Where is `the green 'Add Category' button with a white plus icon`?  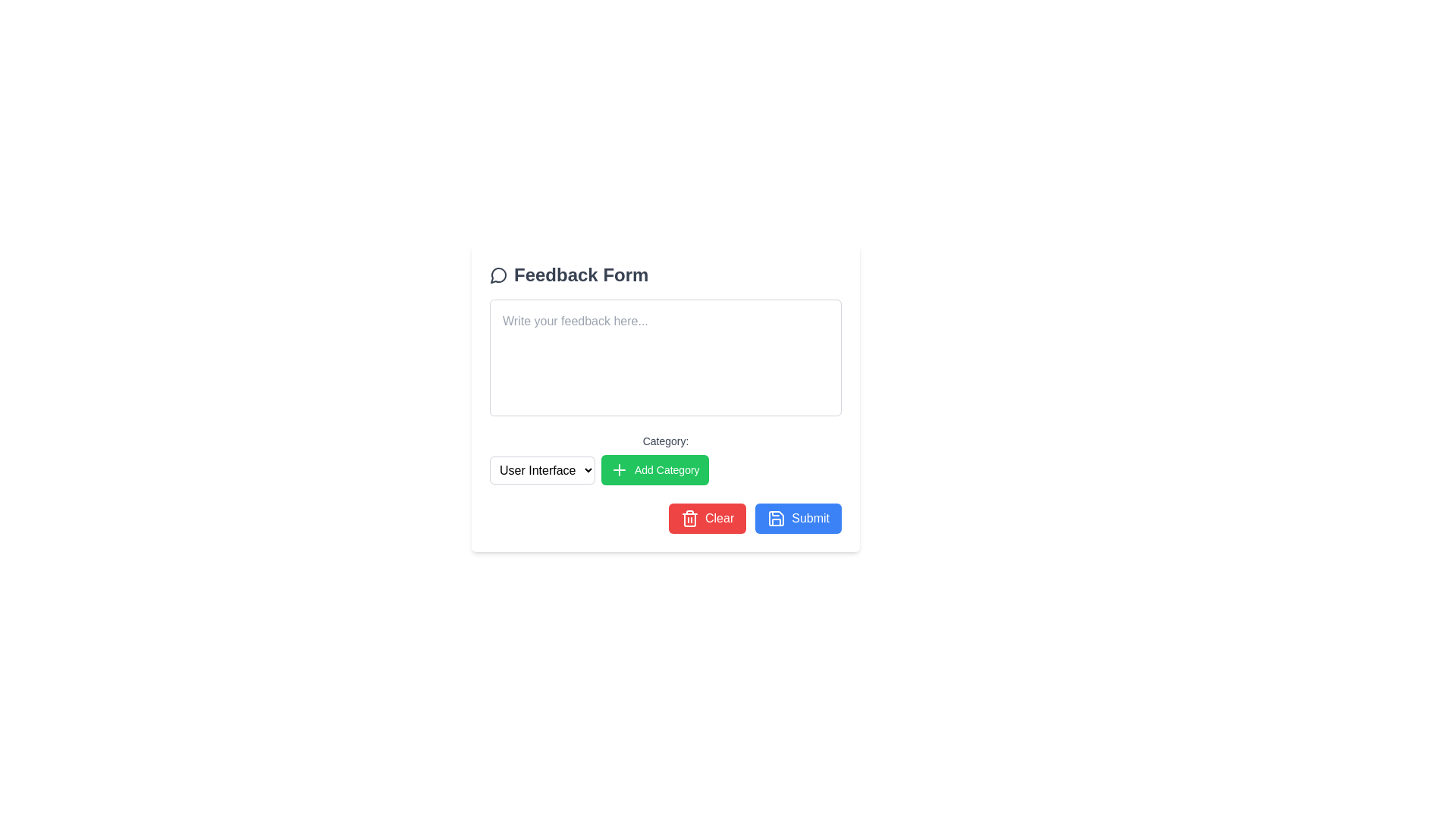 the green 'Add Category' button with a white plus icon is located at coordinates (666, 458).